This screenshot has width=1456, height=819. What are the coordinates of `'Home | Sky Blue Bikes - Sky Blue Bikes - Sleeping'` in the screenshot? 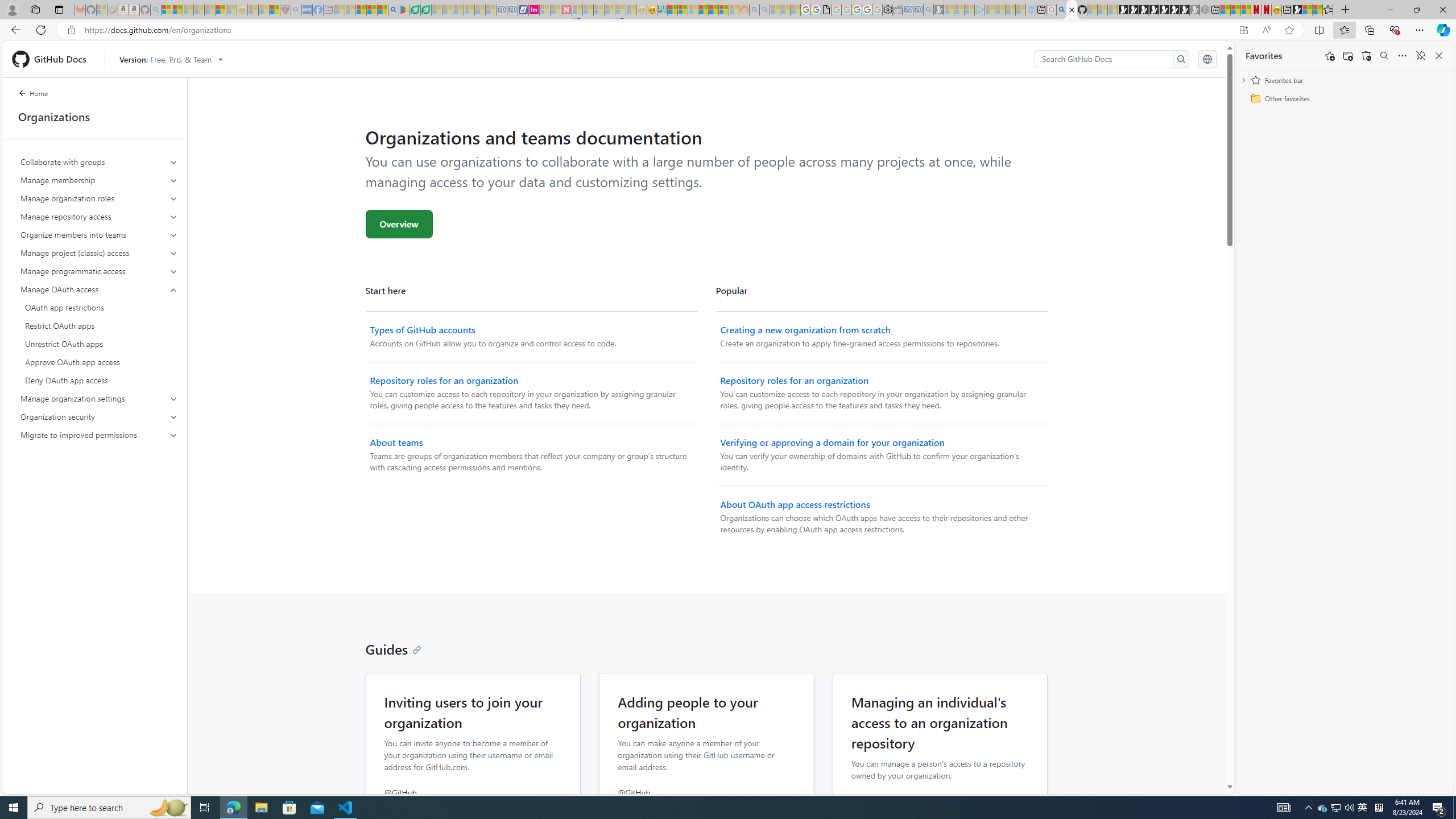 It's located at (1030, 9).